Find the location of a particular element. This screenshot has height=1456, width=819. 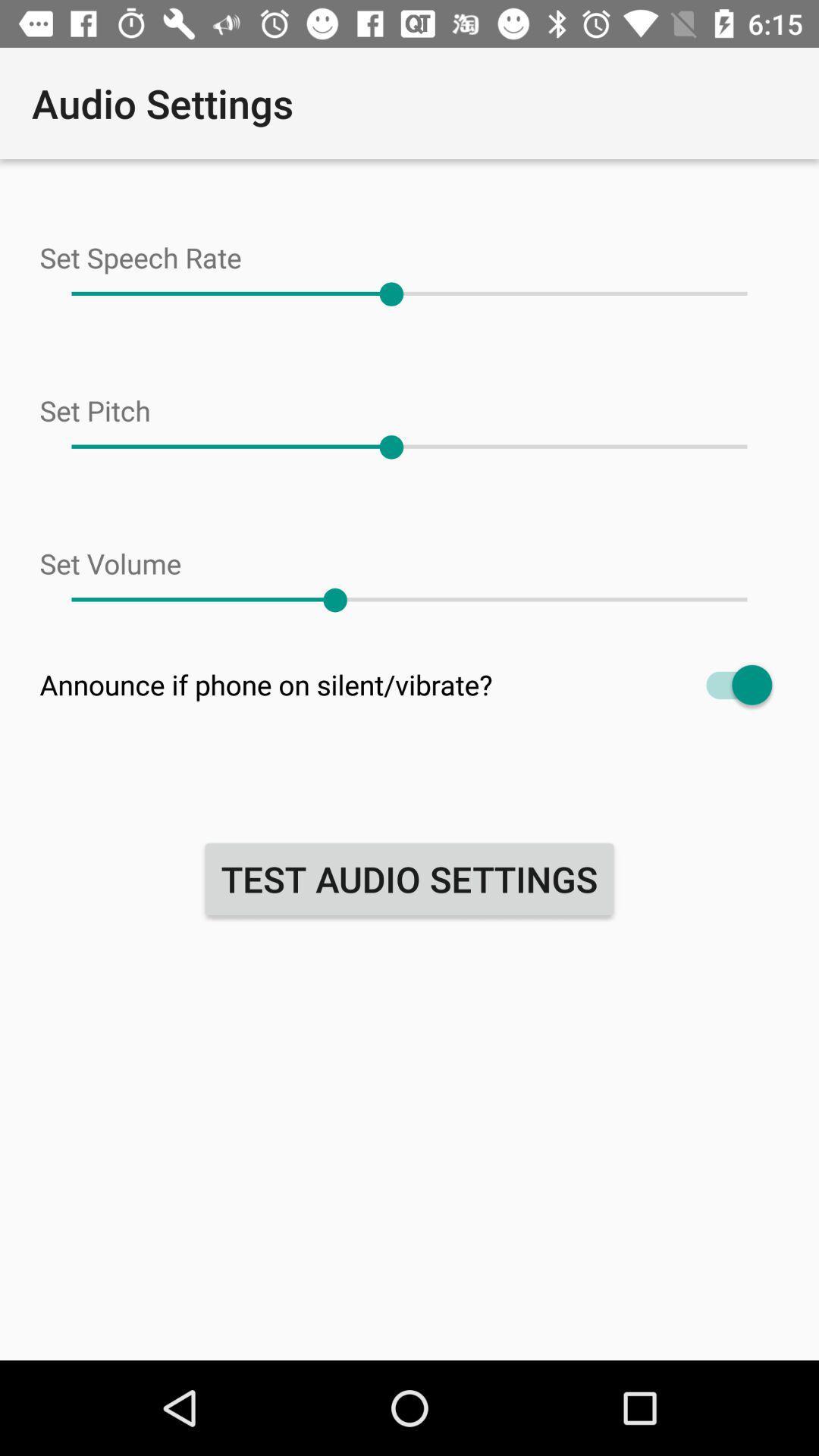

the announce if phone icon is located at coordinates (409, 684).